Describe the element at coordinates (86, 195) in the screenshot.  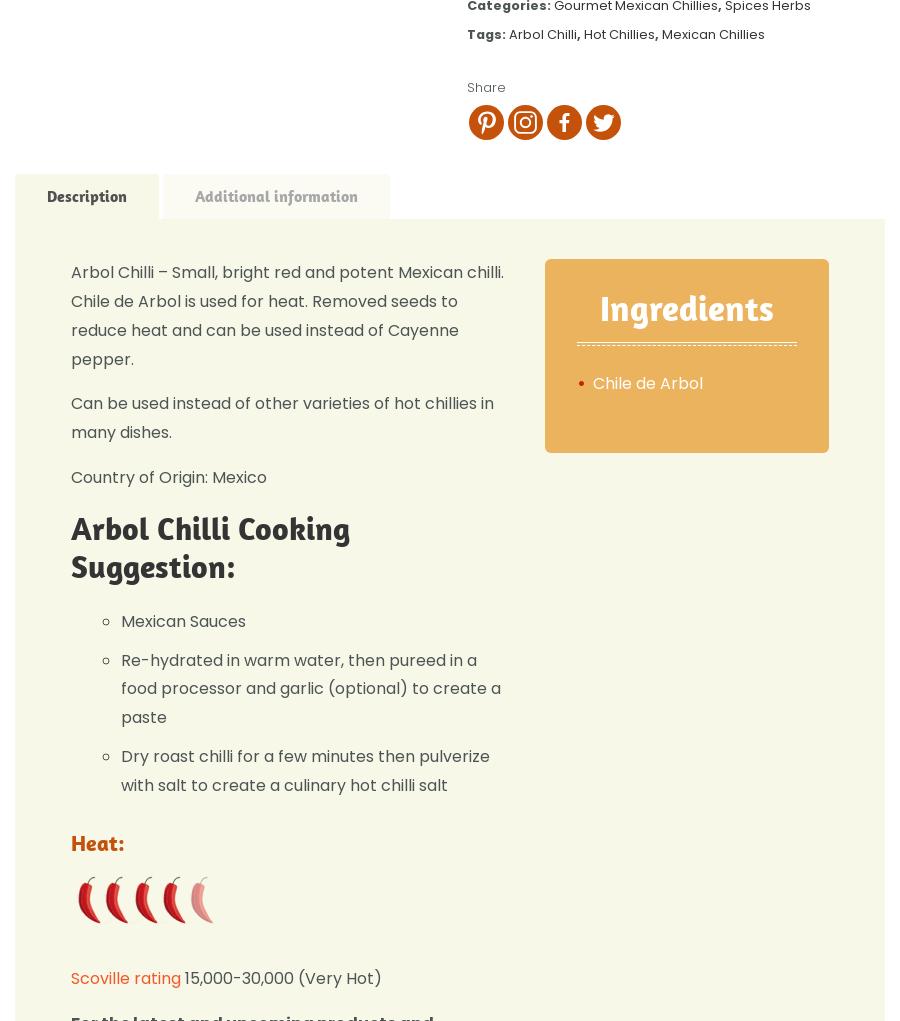
I see `'Description'` at that location.